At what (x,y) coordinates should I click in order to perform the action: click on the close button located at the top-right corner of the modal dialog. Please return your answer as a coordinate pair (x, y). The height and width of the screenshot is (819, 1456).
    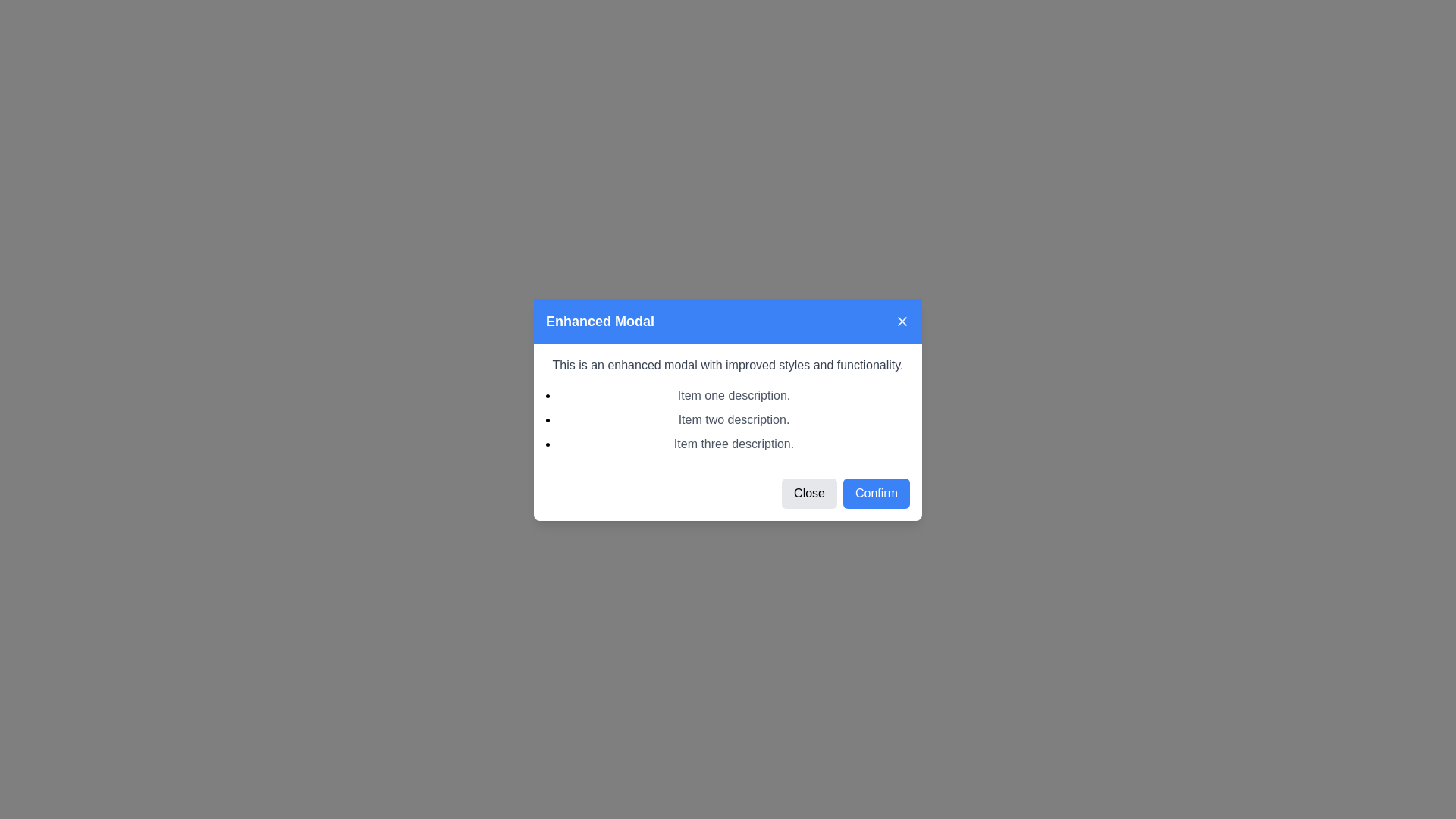
    Looking at the image, I should click on (902, 320).